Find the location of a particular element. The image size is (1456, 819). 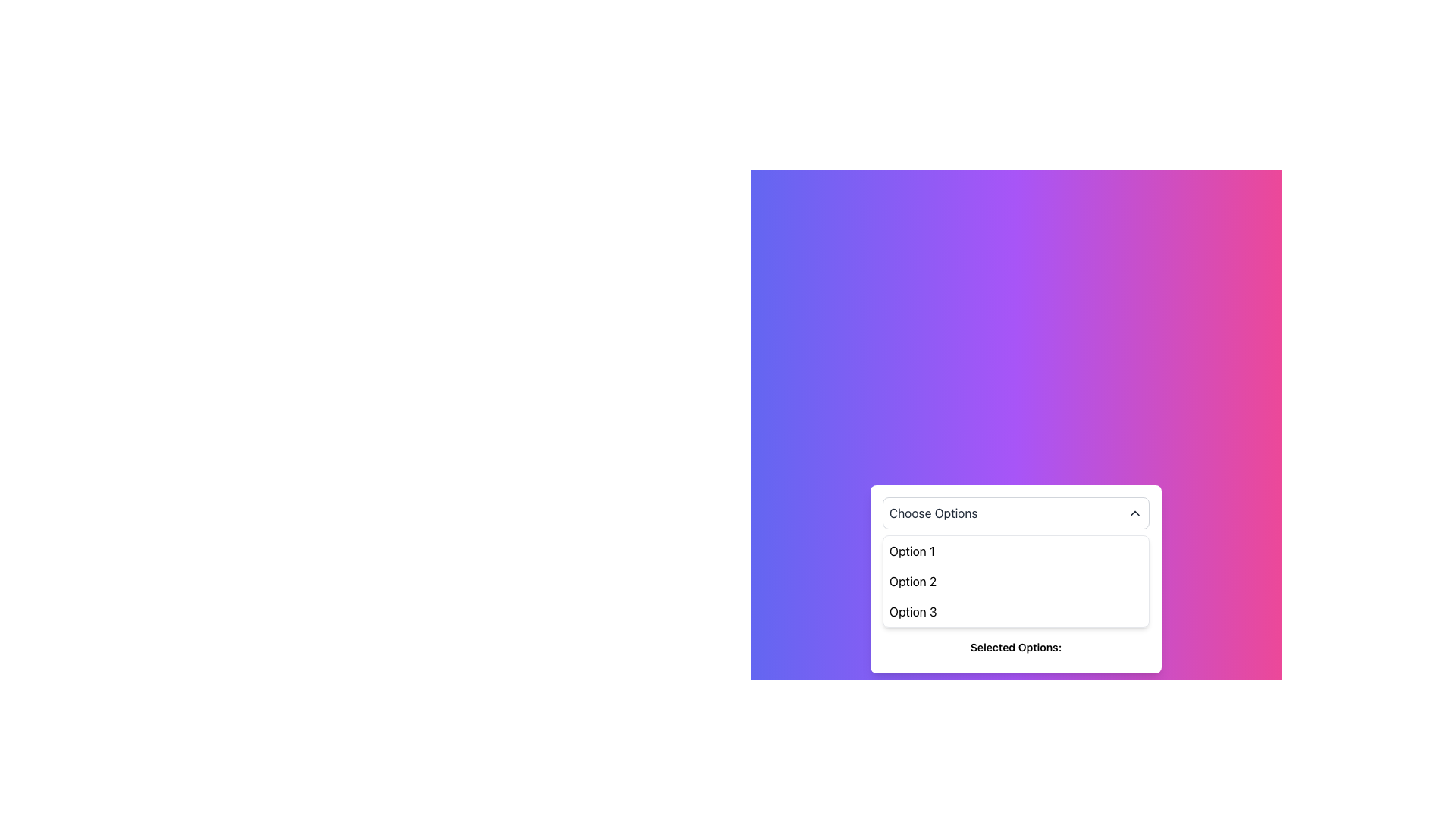

the first selectable option labeled 'Option 1' in the dropdown menu located beneath 'Choose Options' is located at coordinates (912, 551).